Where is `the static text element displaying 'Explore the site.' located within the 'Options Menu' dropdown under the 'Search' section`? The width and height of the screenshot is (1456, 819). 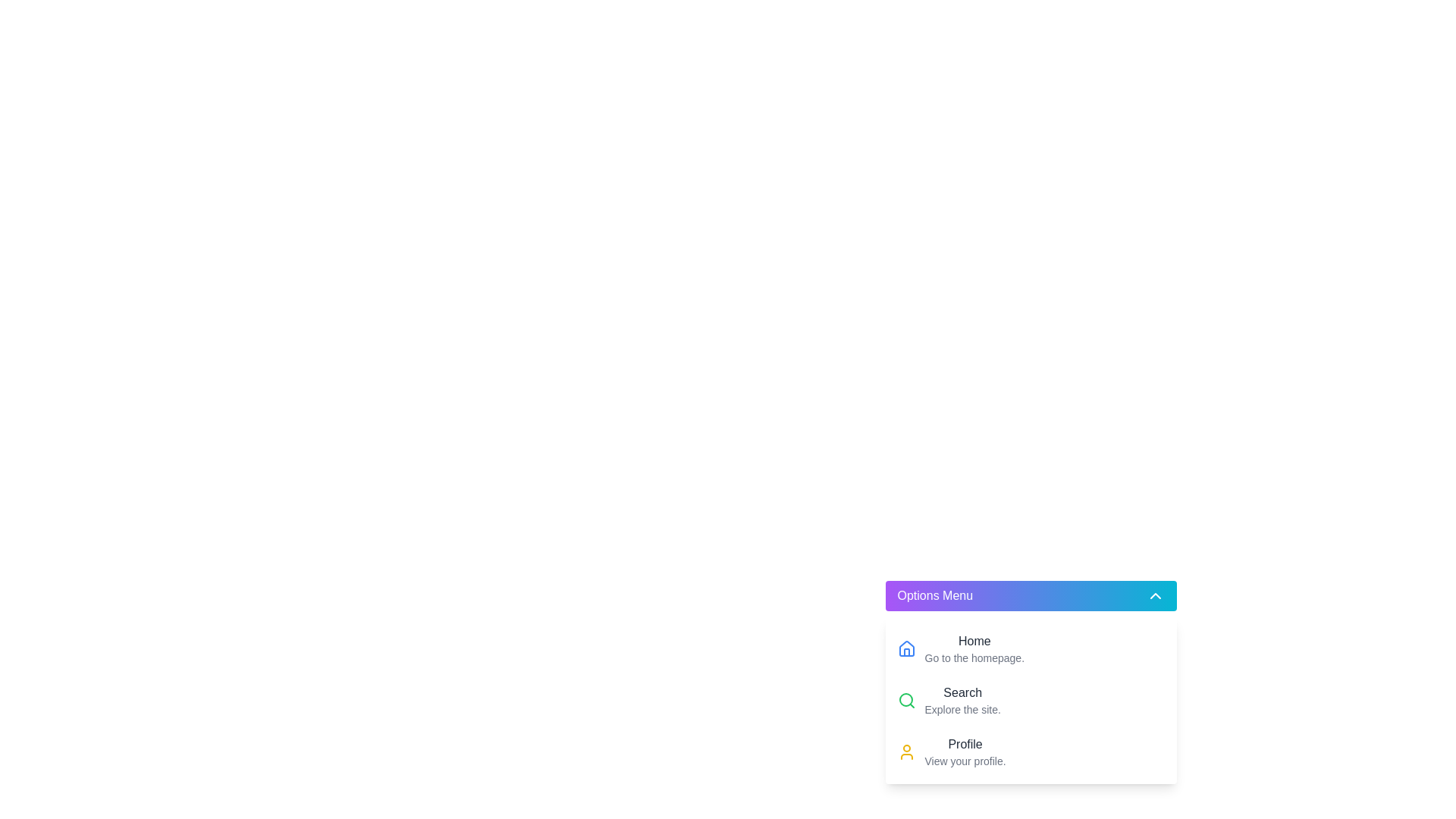 the static text element displaying 'Explore the site.' located within the 'Options Menu' dropdown under the 'Search' section is located at coordinates (962, 710).